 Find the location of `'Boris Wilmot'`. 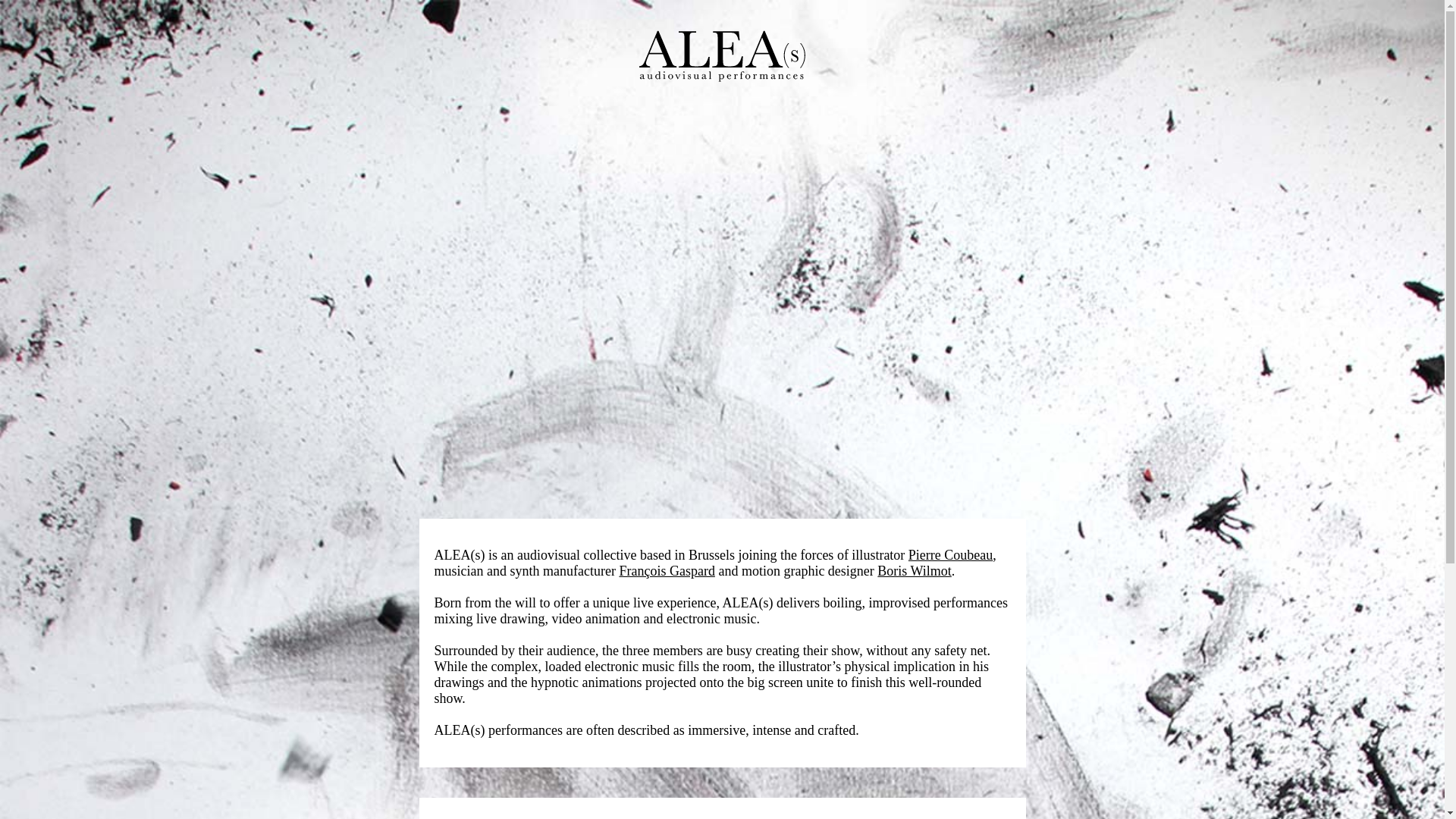

'Boris Wilmot' is located at coordinates (877, 570).